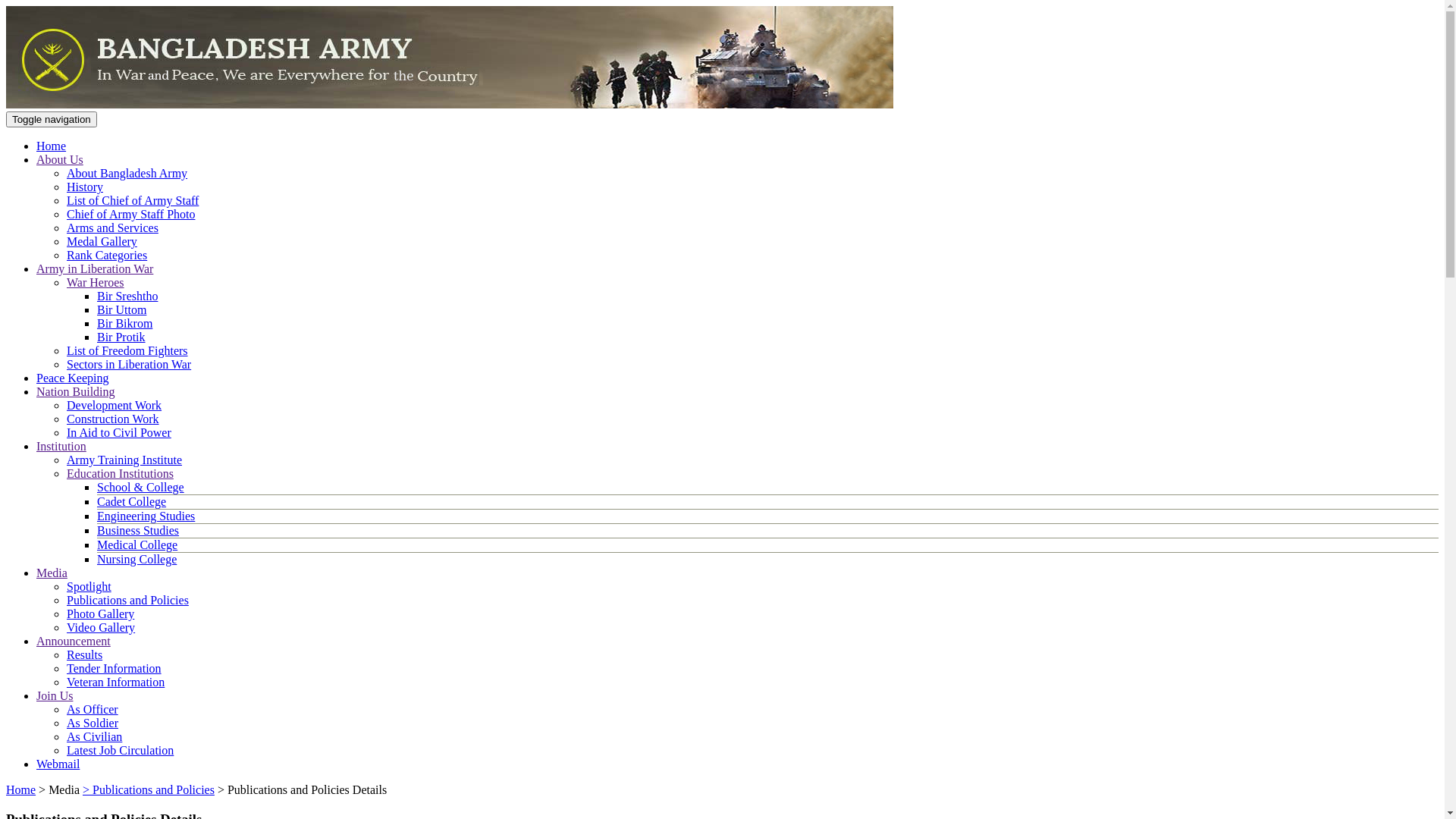 The width and height of the screenshot is (1456, 819). What do you see at coordinates (119, 749) in the screenshot?
I see `'Latest Job Circulation'` at bounding box center [119, 749].